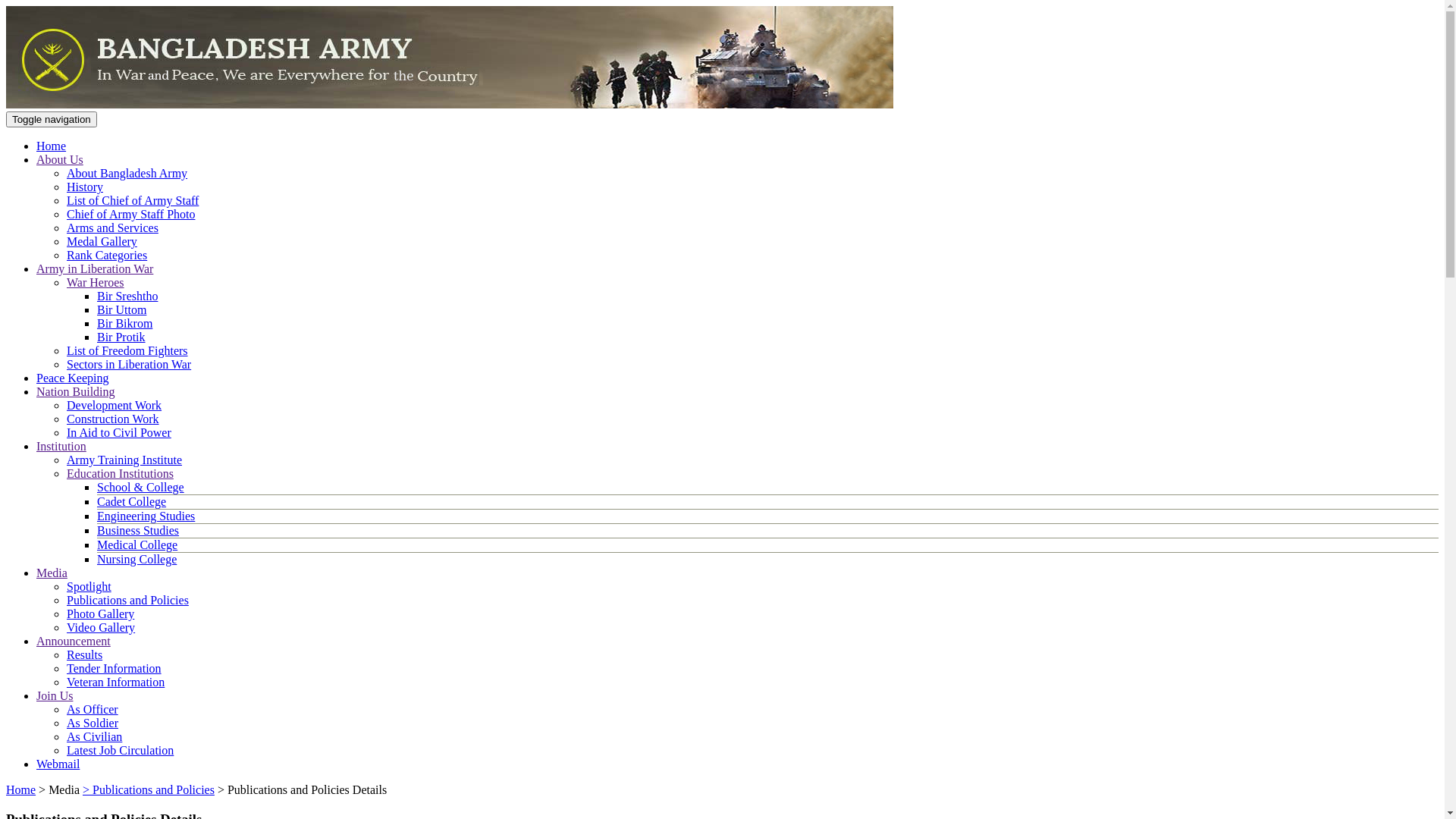 The width and height of the screenshot is (1456, 819). What do you see at coordinates (119, 749) in the screenshot?
I see `'Latest Job Circulation'` at bounding box center [119, 749].